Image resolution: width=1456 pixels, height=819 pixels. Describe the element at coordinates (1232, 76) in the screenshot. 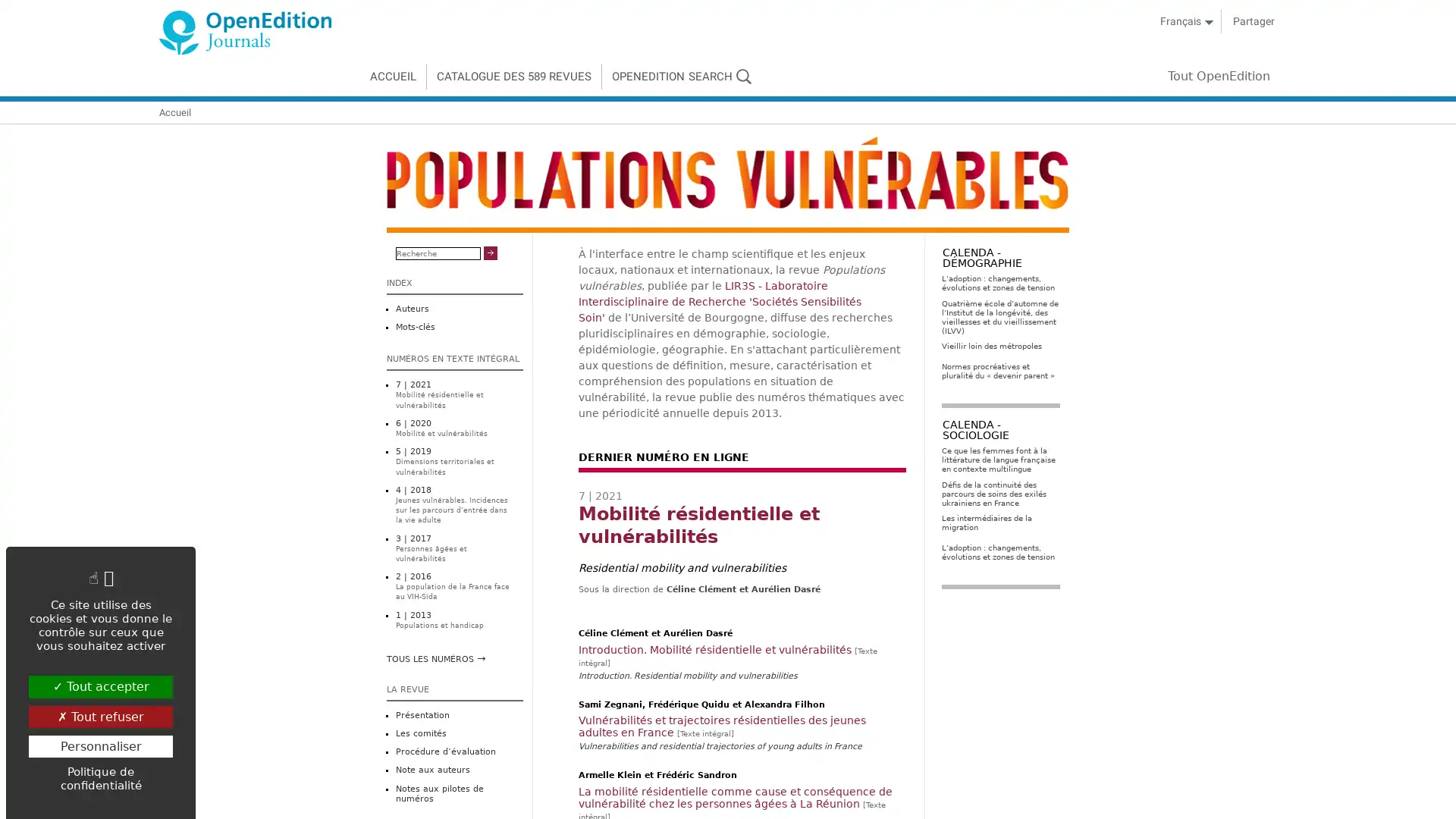

I see `Tout OpenEdition` at that location.